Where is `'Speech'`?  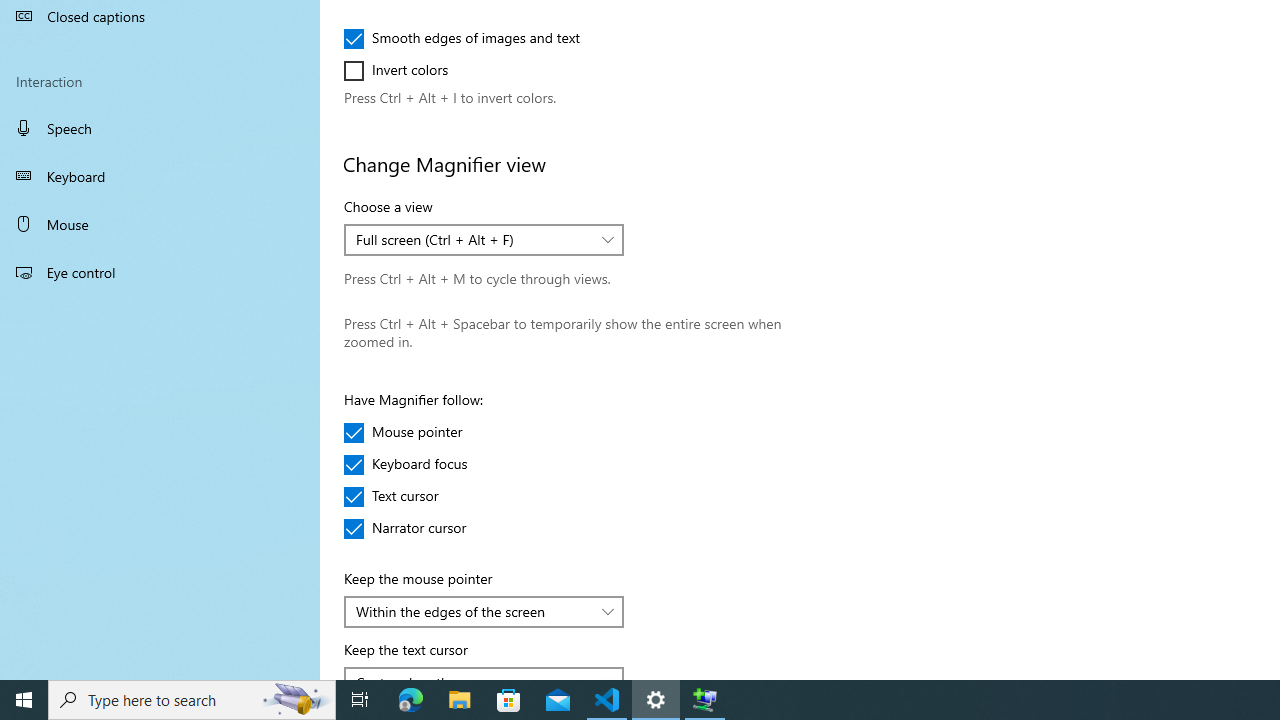
'Speech' is located at coordinates (160, 127).